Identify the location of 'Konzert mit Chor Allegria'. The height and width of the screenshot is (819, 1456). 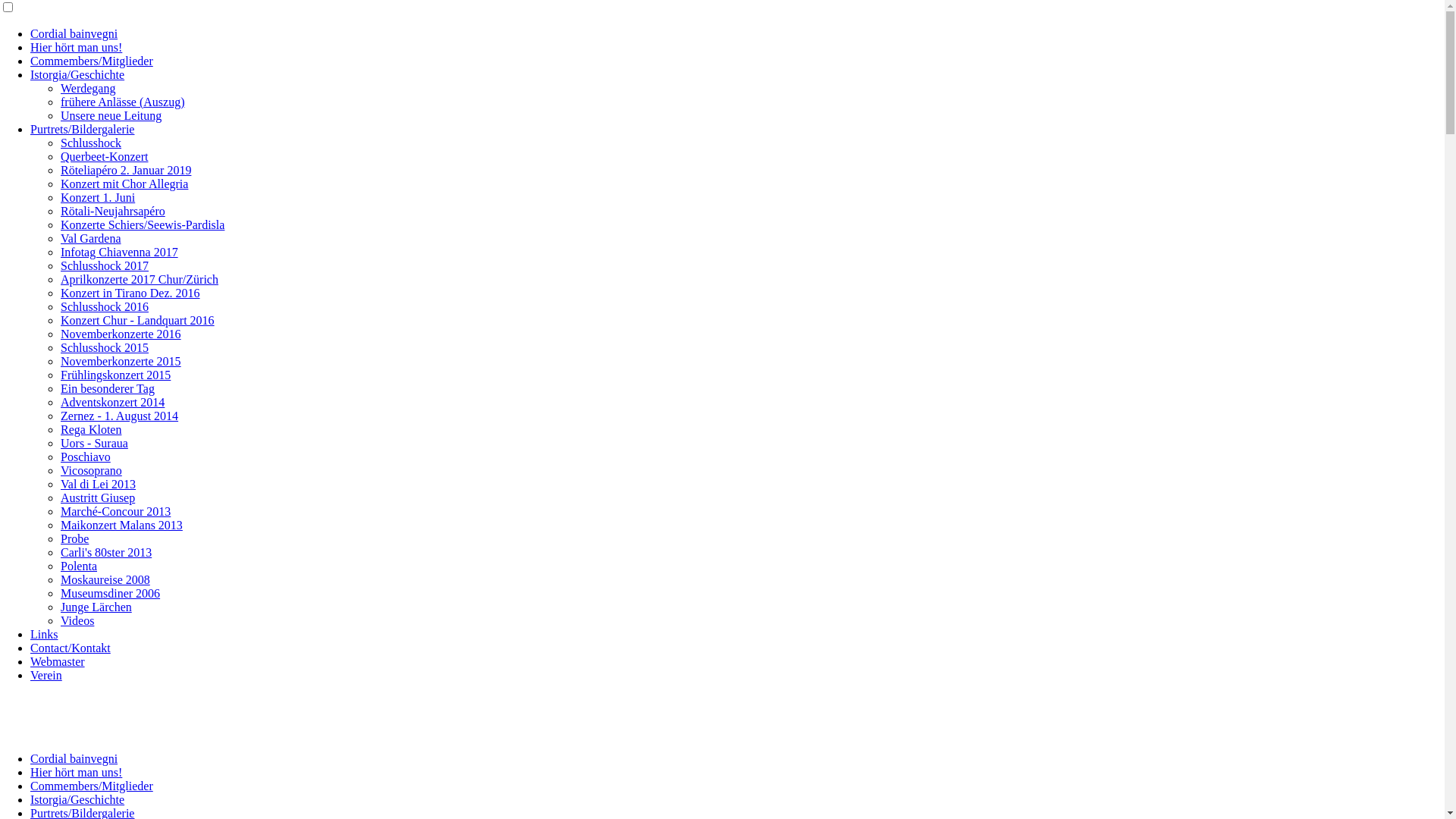
(124, 183).